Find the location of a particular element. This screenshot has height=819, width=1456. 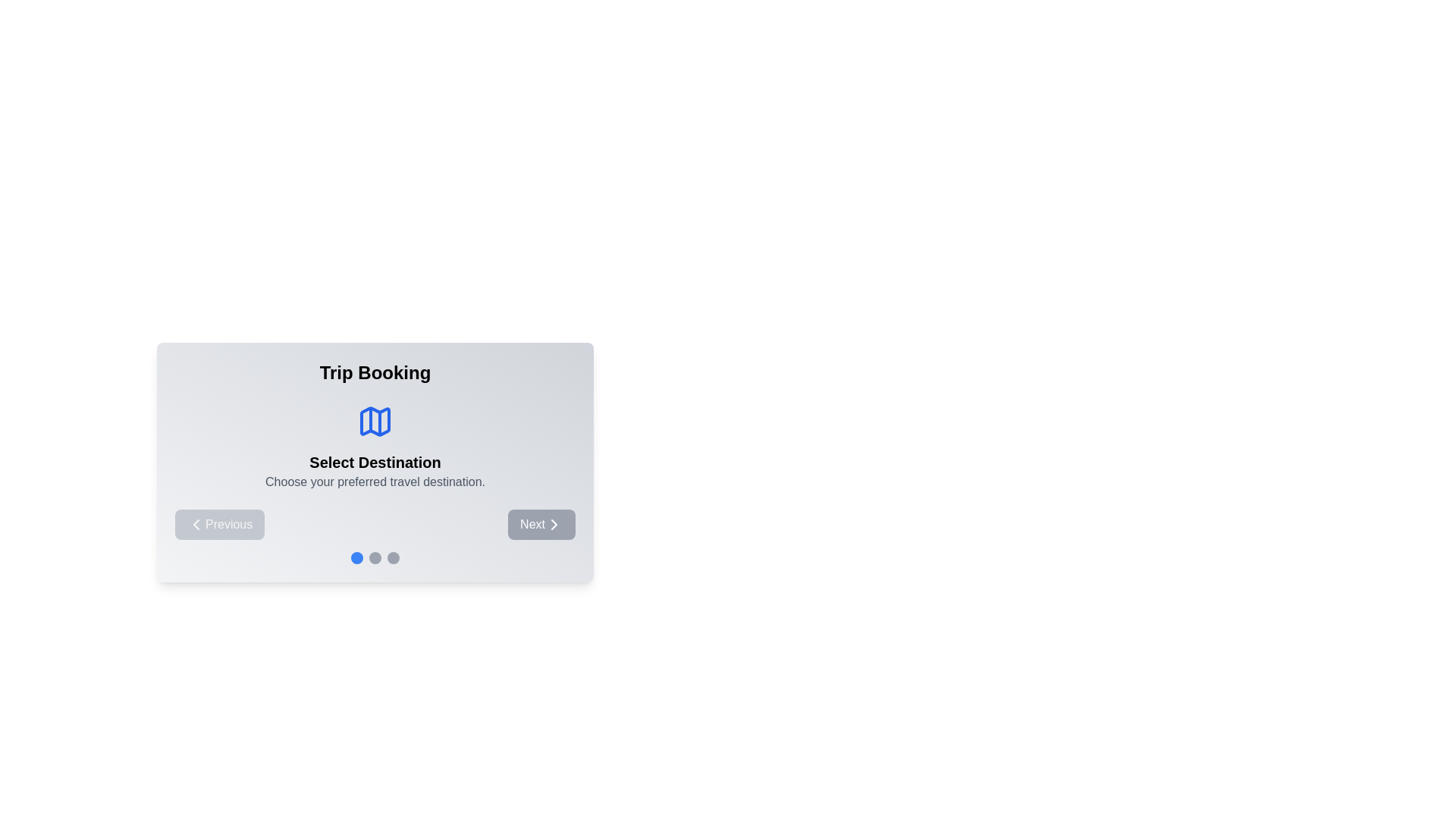

the third circular navigation indicator at the bottom center of the 'Trip Booking' card, which is filled with gray color is located at coordinates (393, 558).